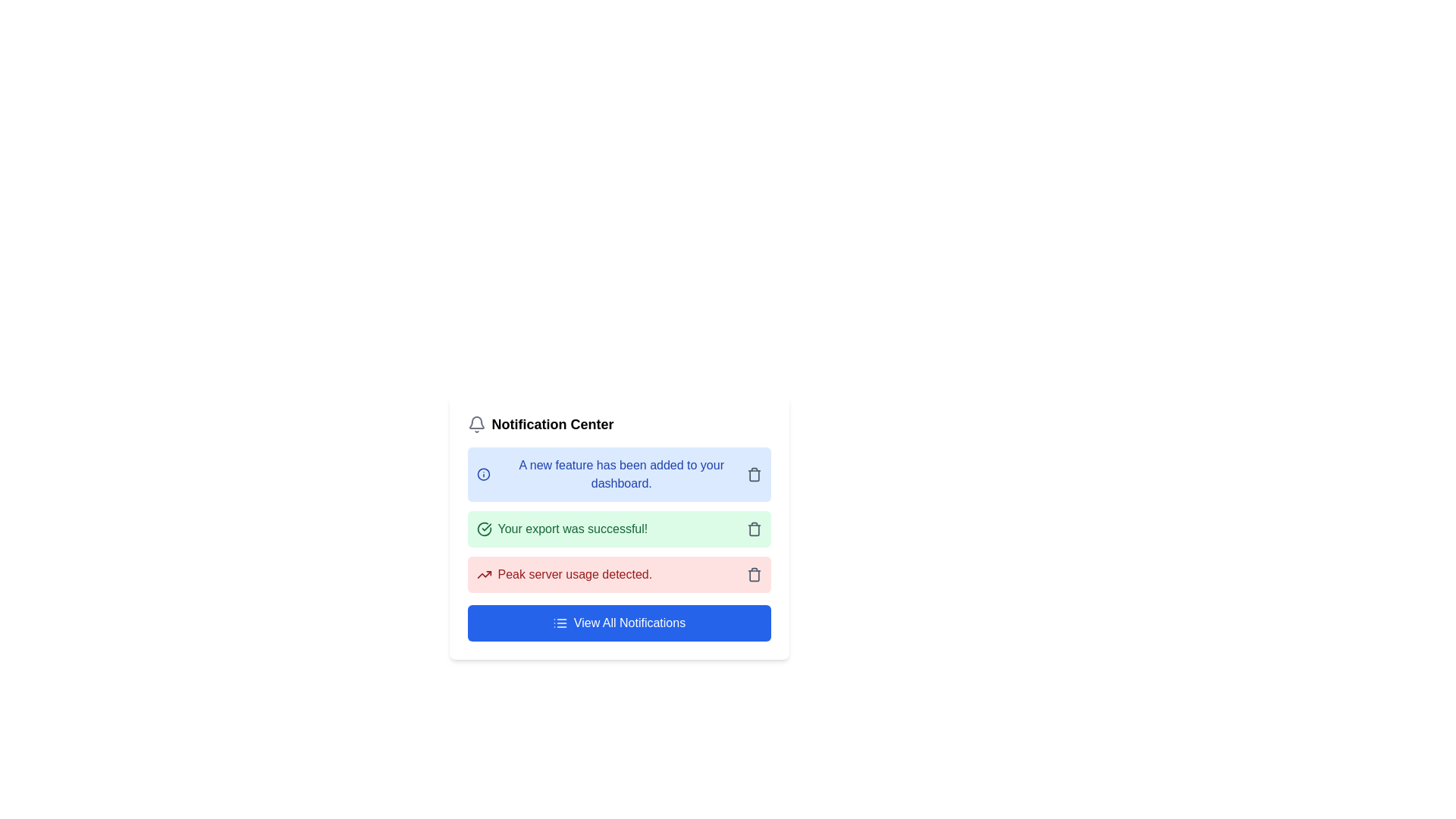  Describe the element at coordinates (574, 575) in the screenshot. I see `the textual notification message indicating 'Peak server usage detected' located in the third notification card of the Notification Center` at that location.